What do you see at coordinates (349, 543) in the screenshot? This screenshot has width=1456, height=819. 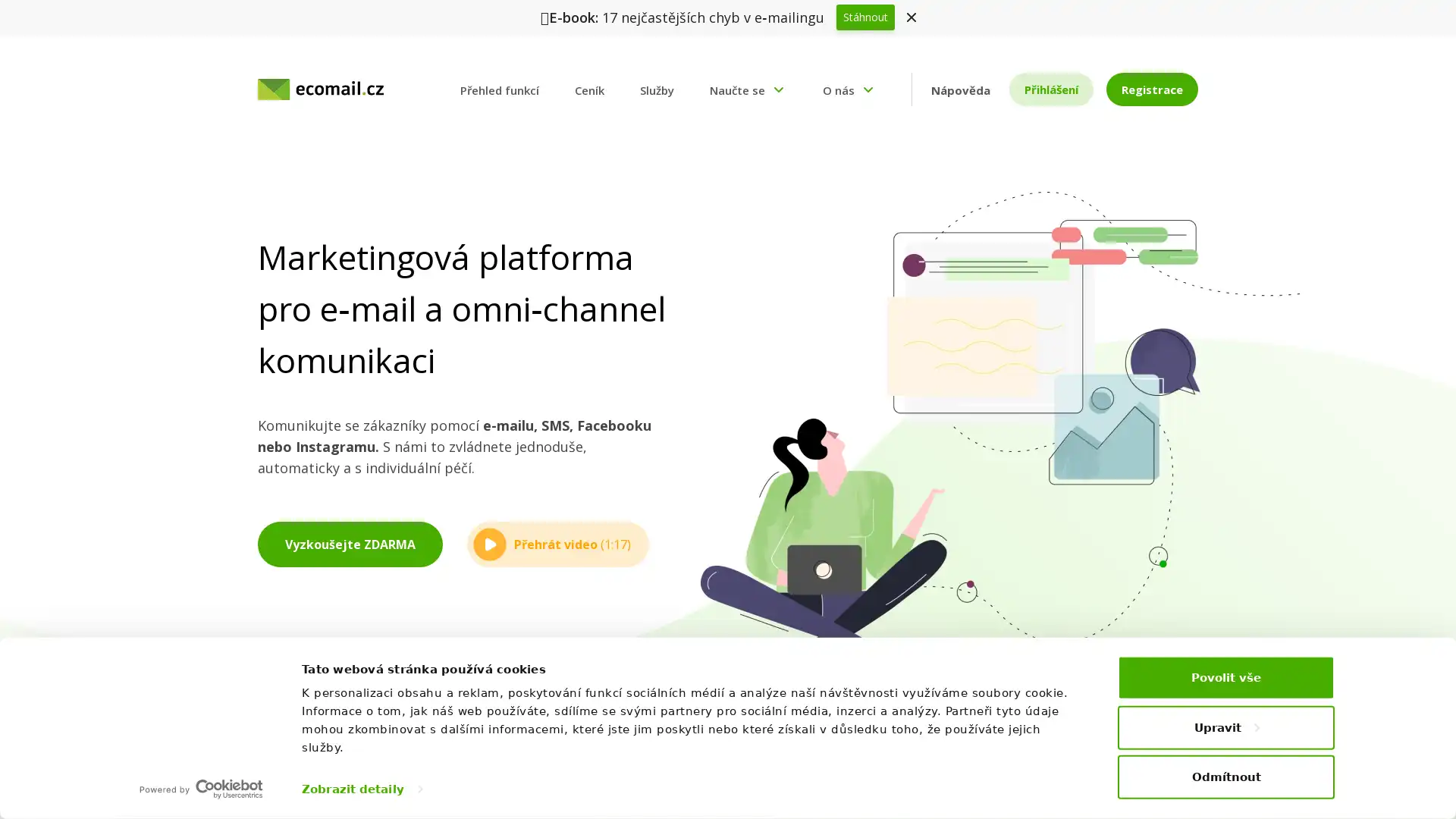 I see `Vyzkousejte ZDARMA` at bounding box center [349, 543].